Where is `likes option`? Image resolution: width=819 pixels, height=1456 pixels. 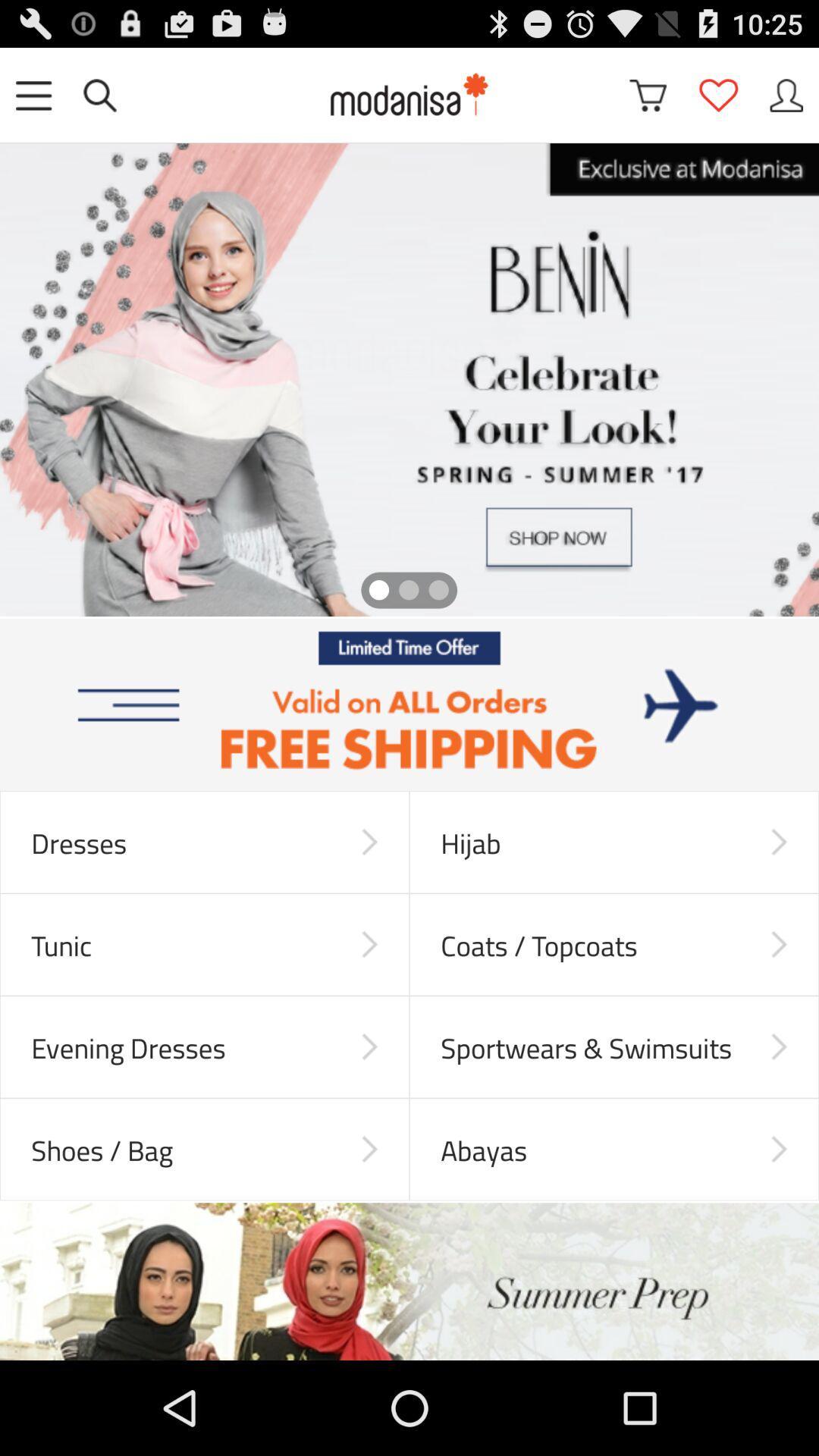
likes option is located at coordinates (717, 94).